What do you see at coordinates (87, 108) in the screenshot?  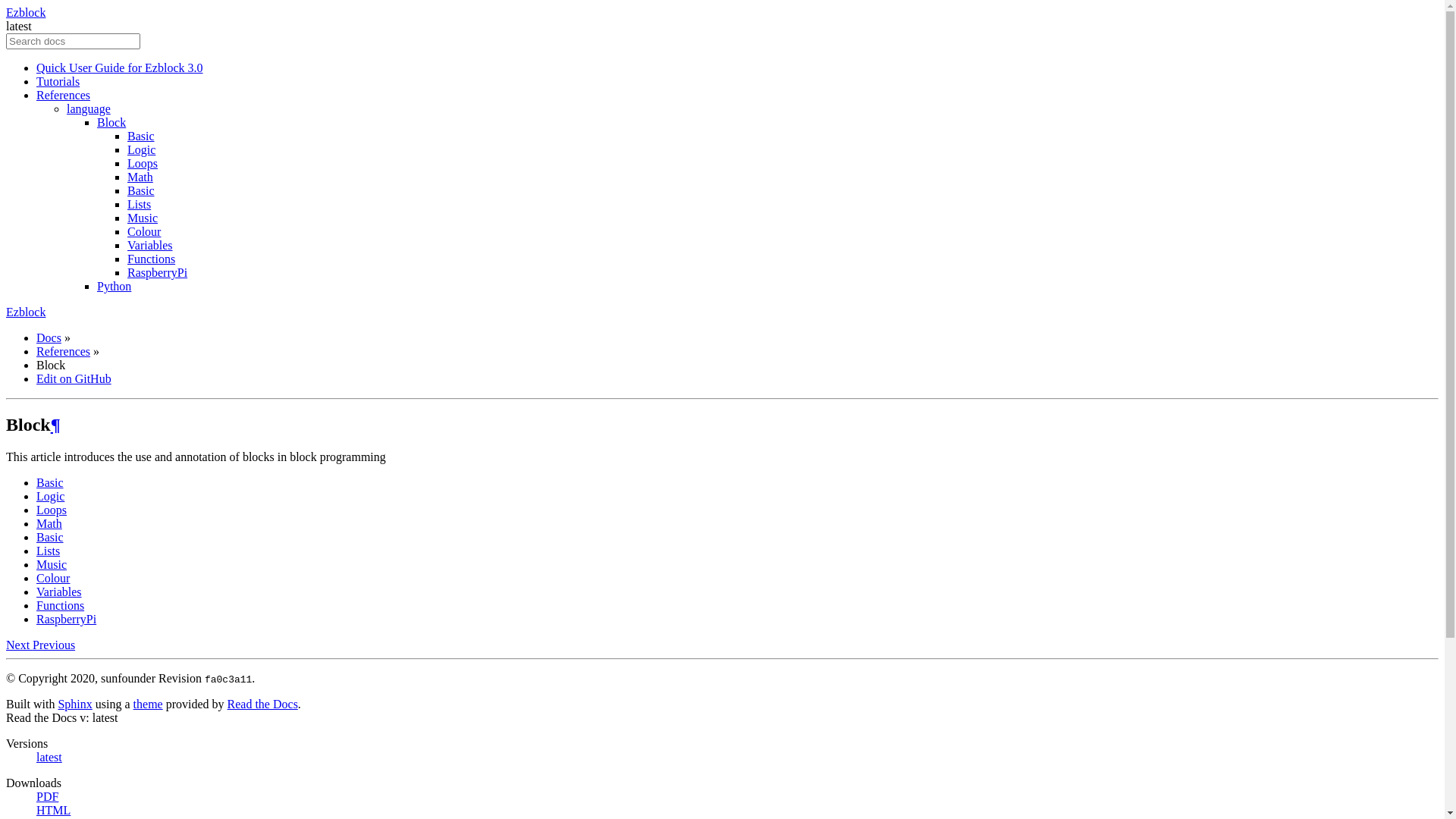 I see `'language'` at bounding box center [87, 108].